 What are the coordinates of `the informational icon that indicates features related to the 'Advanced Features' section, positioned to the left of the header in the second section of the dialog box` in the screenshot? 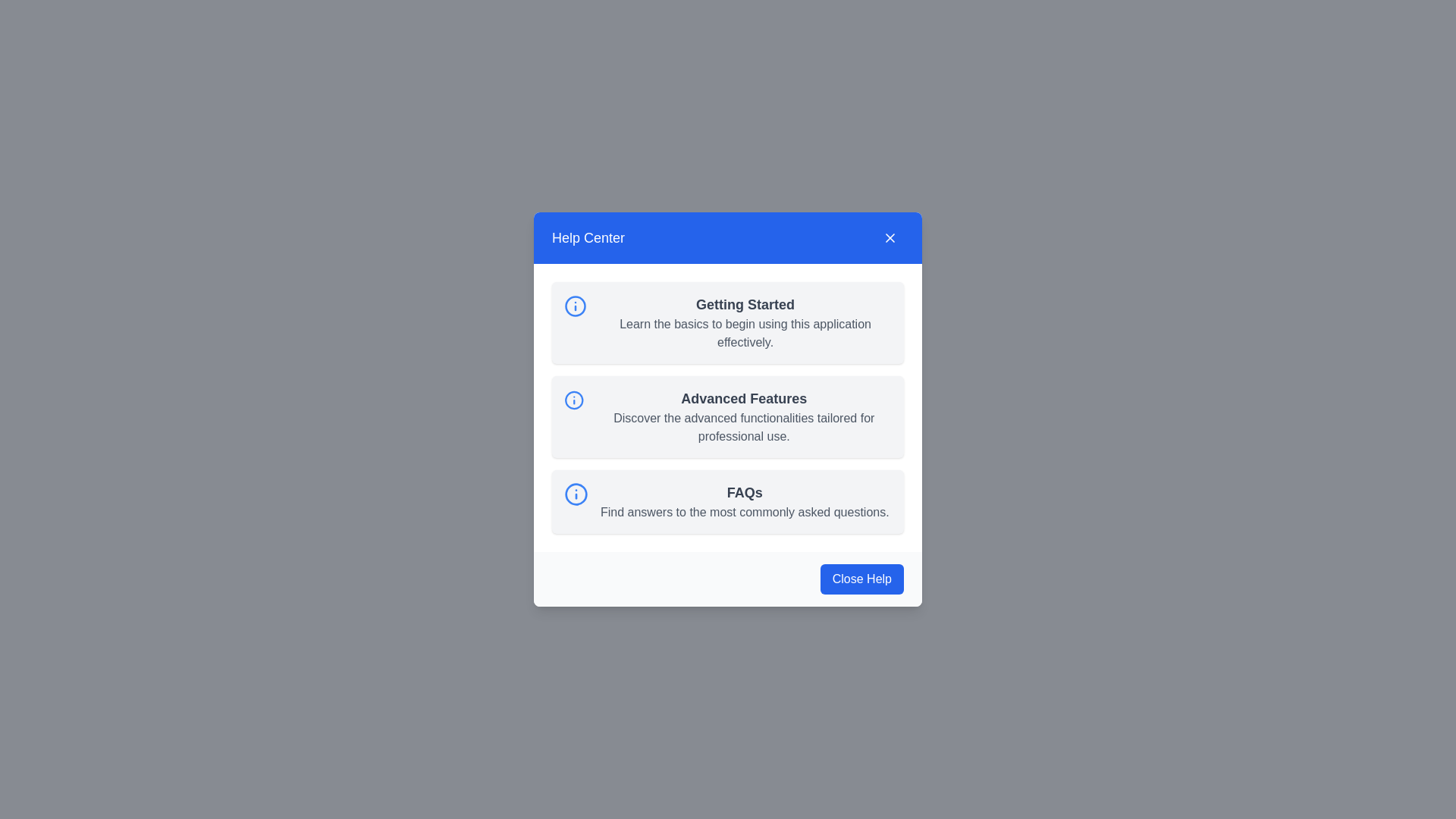 It's located at (573, 400).